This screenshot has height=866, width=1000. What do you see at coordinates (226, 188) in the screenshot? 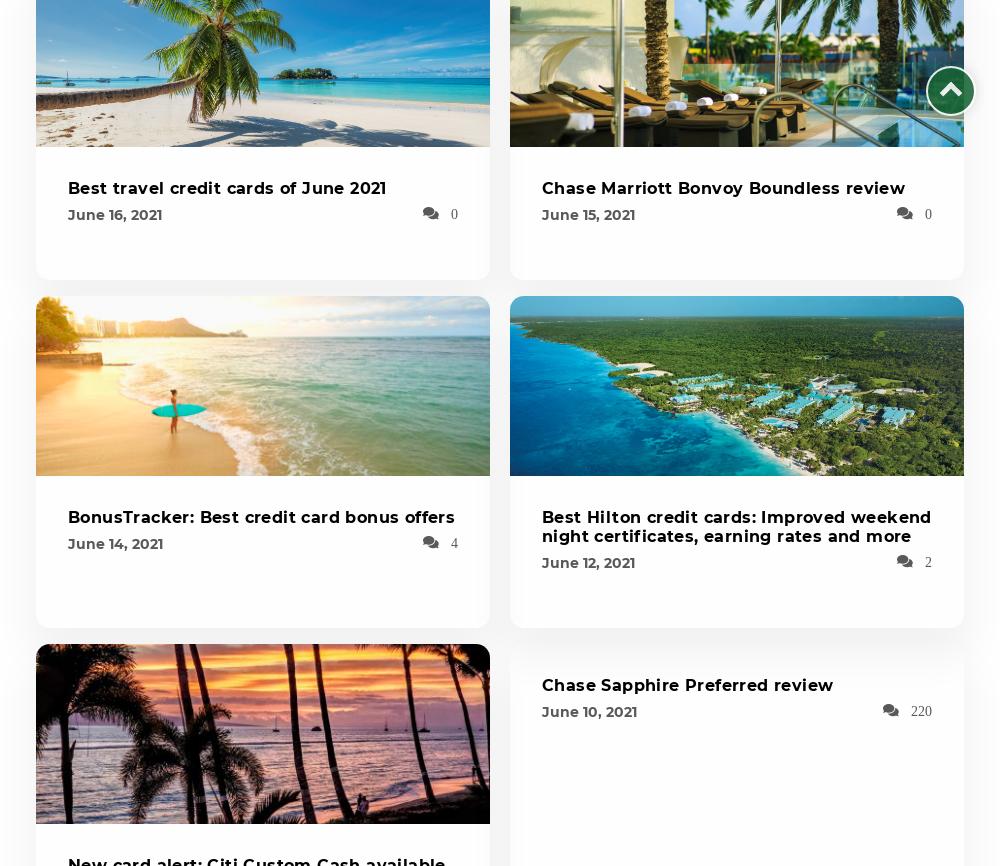
I see `'Best travel credit cards of June 2021'` at bounding box center [226, 188].